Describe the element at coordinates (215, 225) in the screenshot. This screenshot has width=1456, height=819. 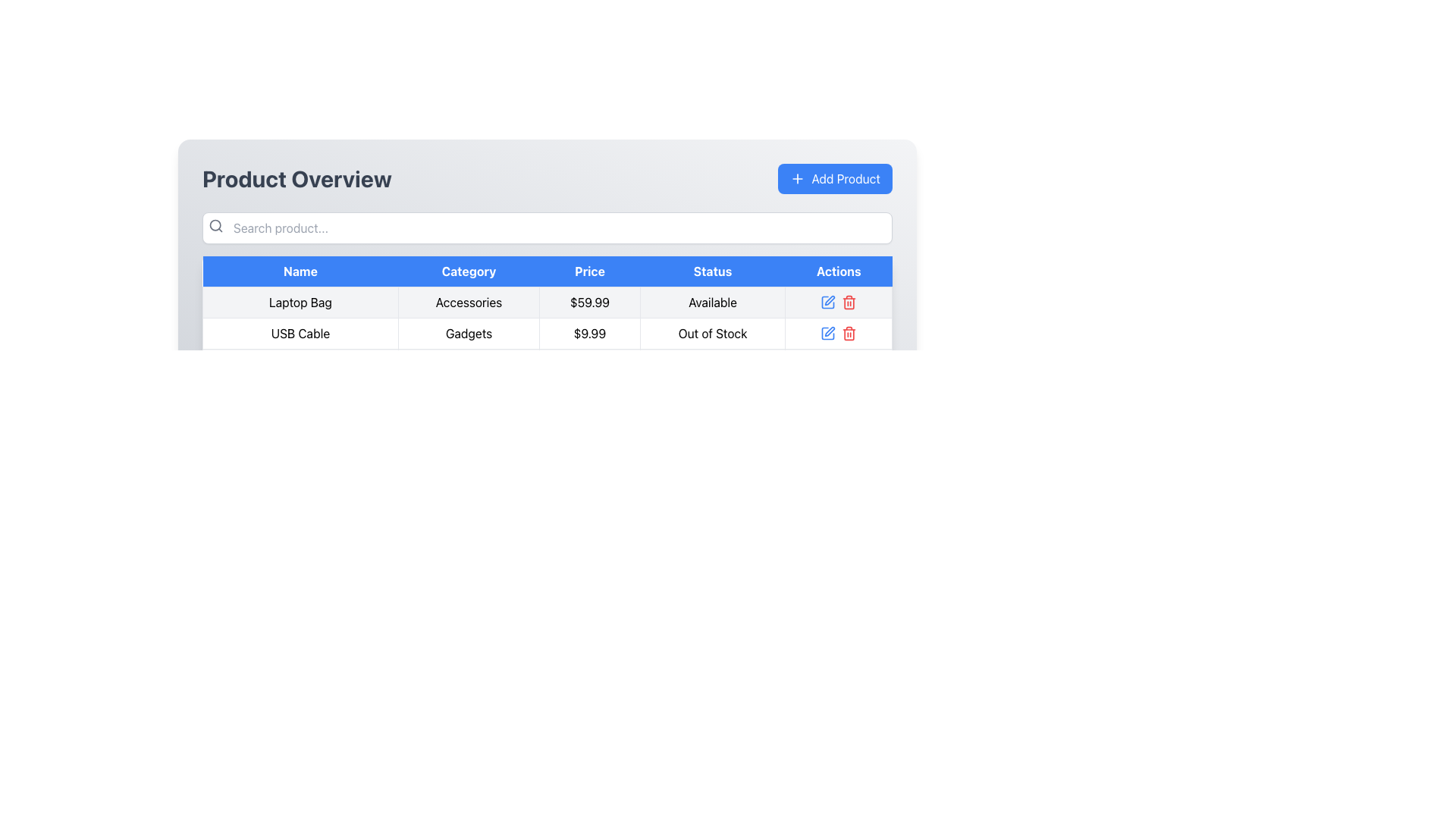
I see `the search icon located to the left of the 'Search product...' input box under the 'Product Overview' header to initiate a search action` at that location.